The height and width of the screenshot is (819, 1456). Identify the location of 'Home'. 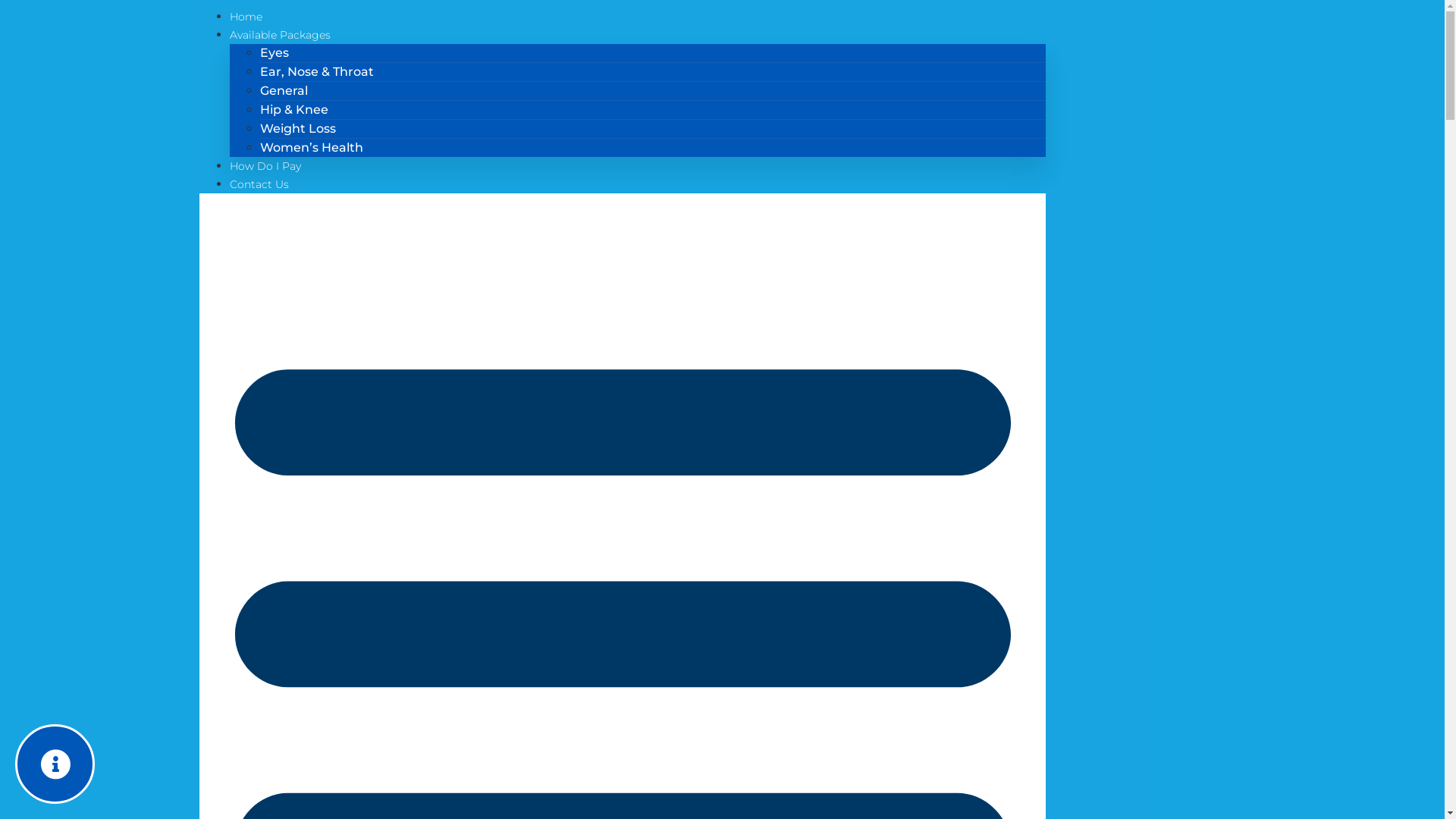
(228, 17).